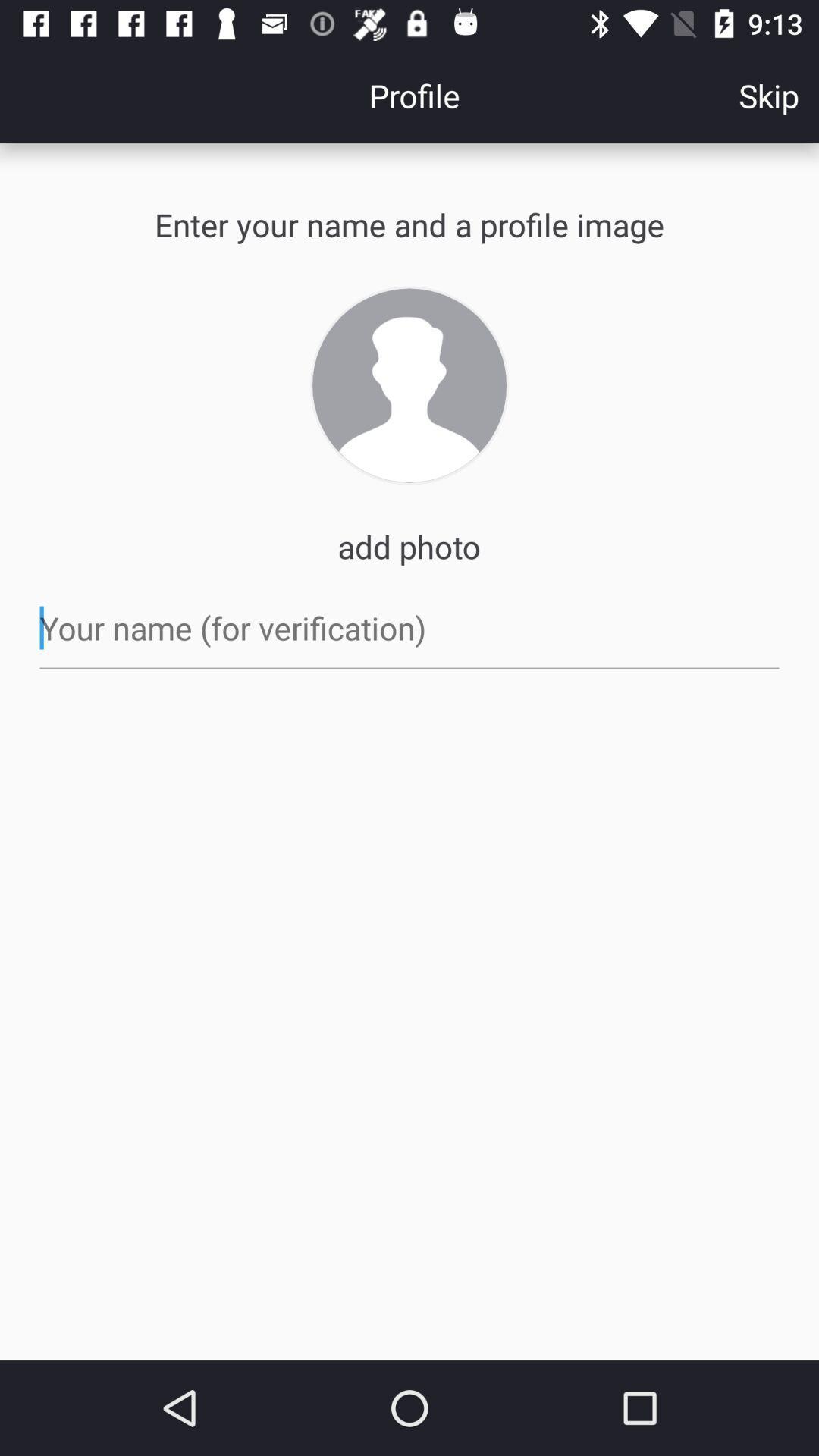 Image resolution: width=819 pixels, height=1456 pixels. I want to click on photo icon, so click(409, 385).